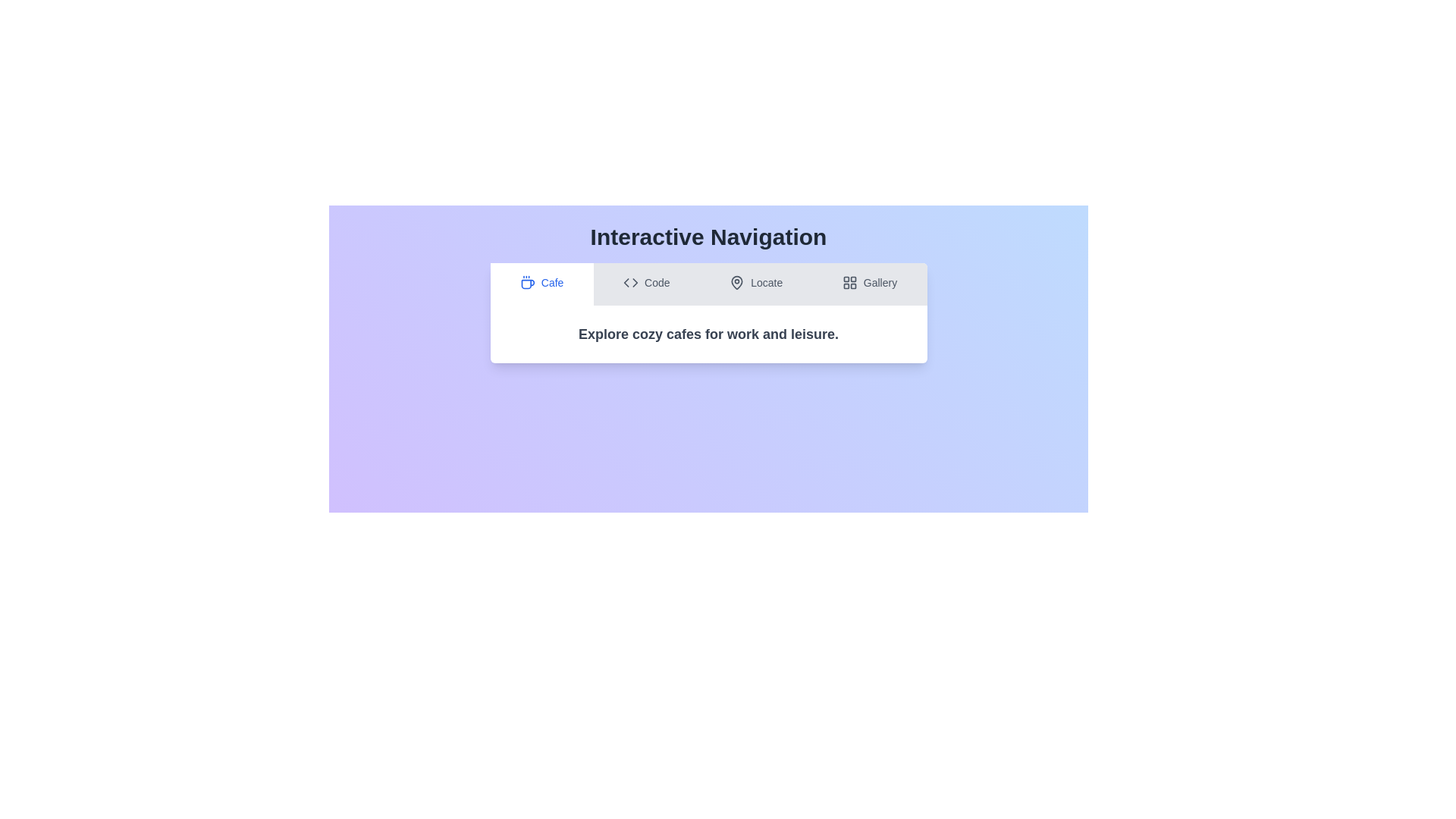  Describe the element at coordinates (756, 284) in the screenshot. I see `the tab labeled Locate` at that location.